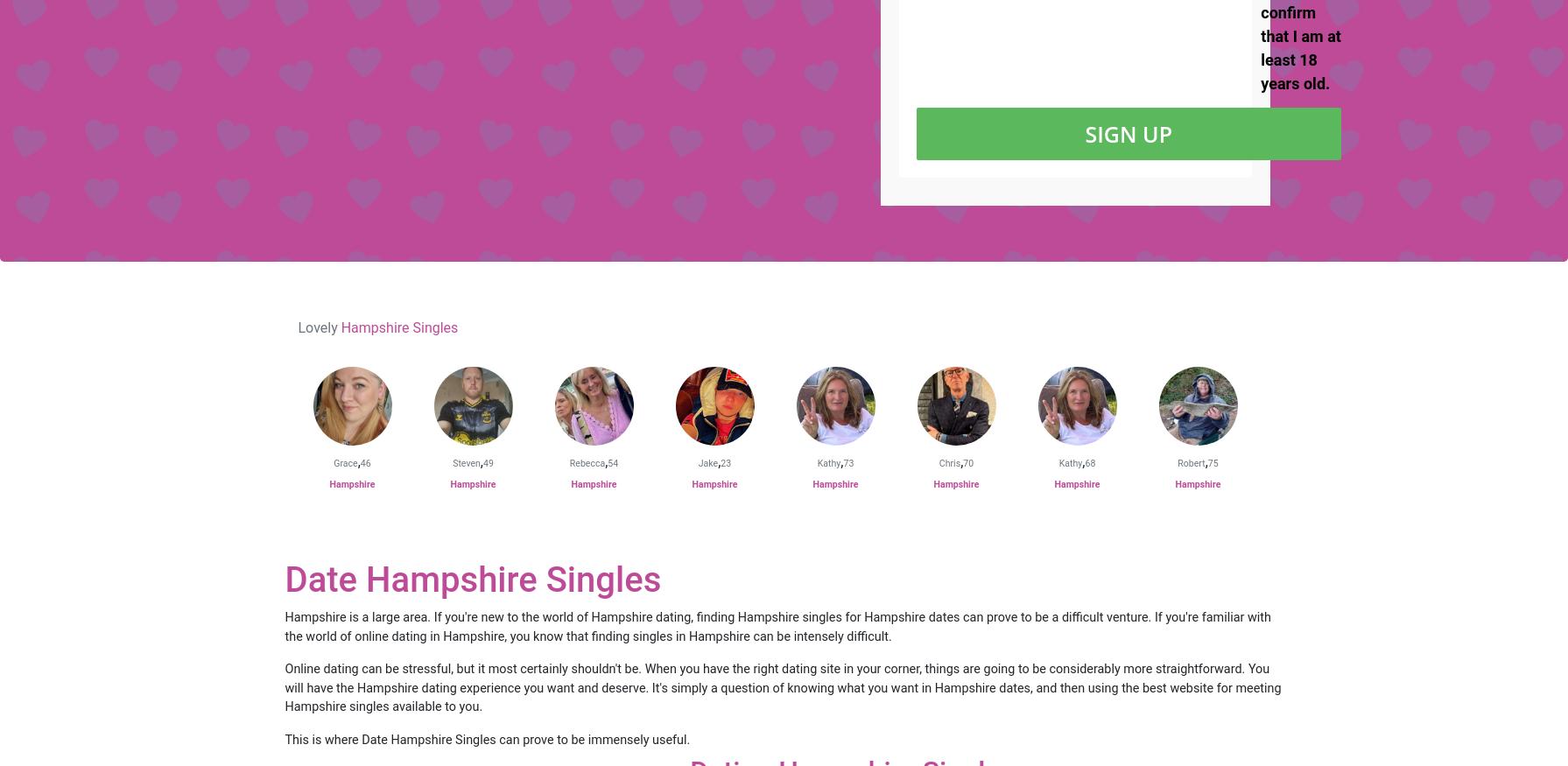  What do you see at coordinates (937, 462) in the screenshot?
I see `'Chris'` at bounding box center [937, 462].